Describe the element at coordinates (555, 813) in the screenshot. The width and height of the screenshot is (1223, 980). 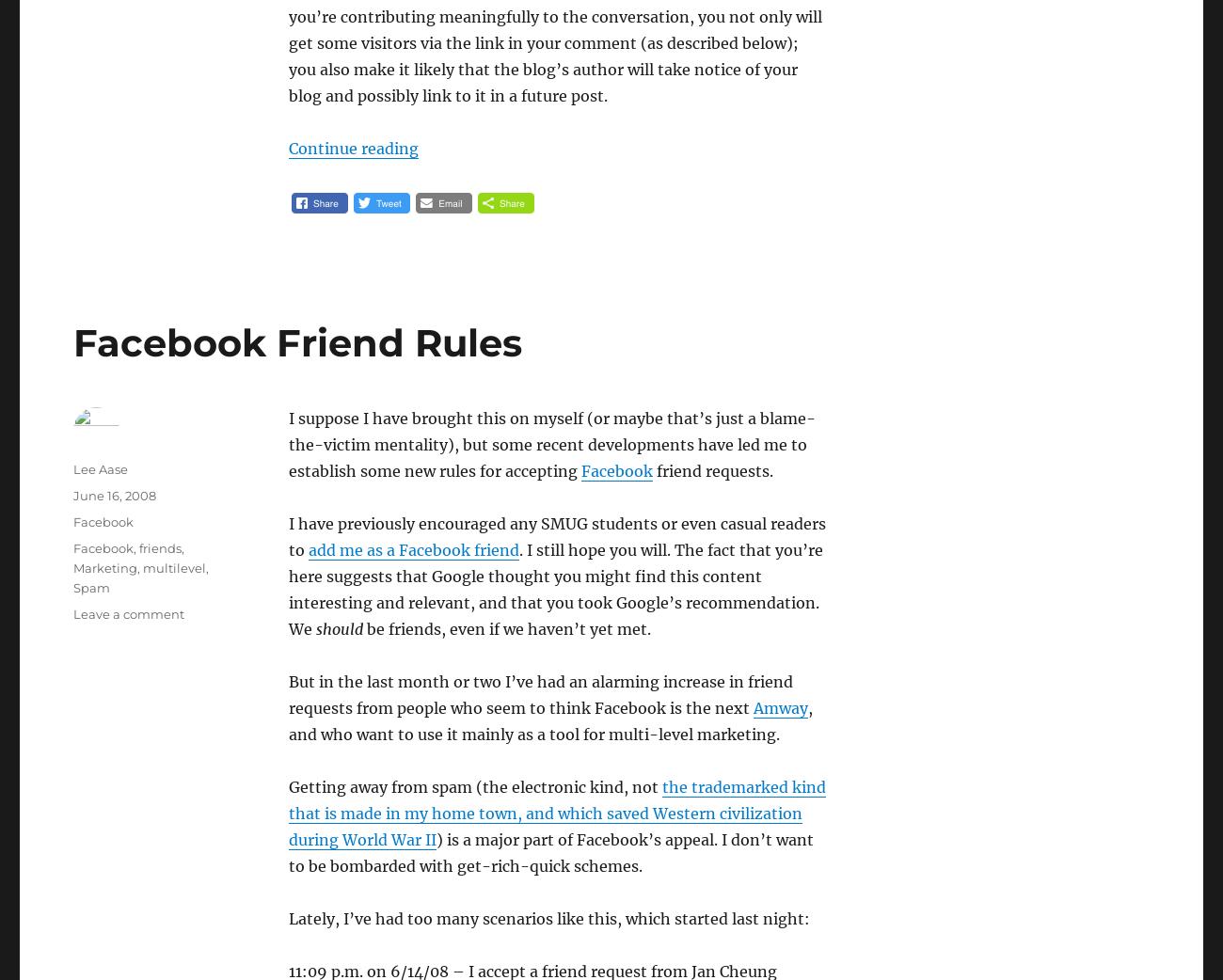
I see `'the trademarked kind that is made in my home town, and which saved Western civilization during World War II'` at that location.